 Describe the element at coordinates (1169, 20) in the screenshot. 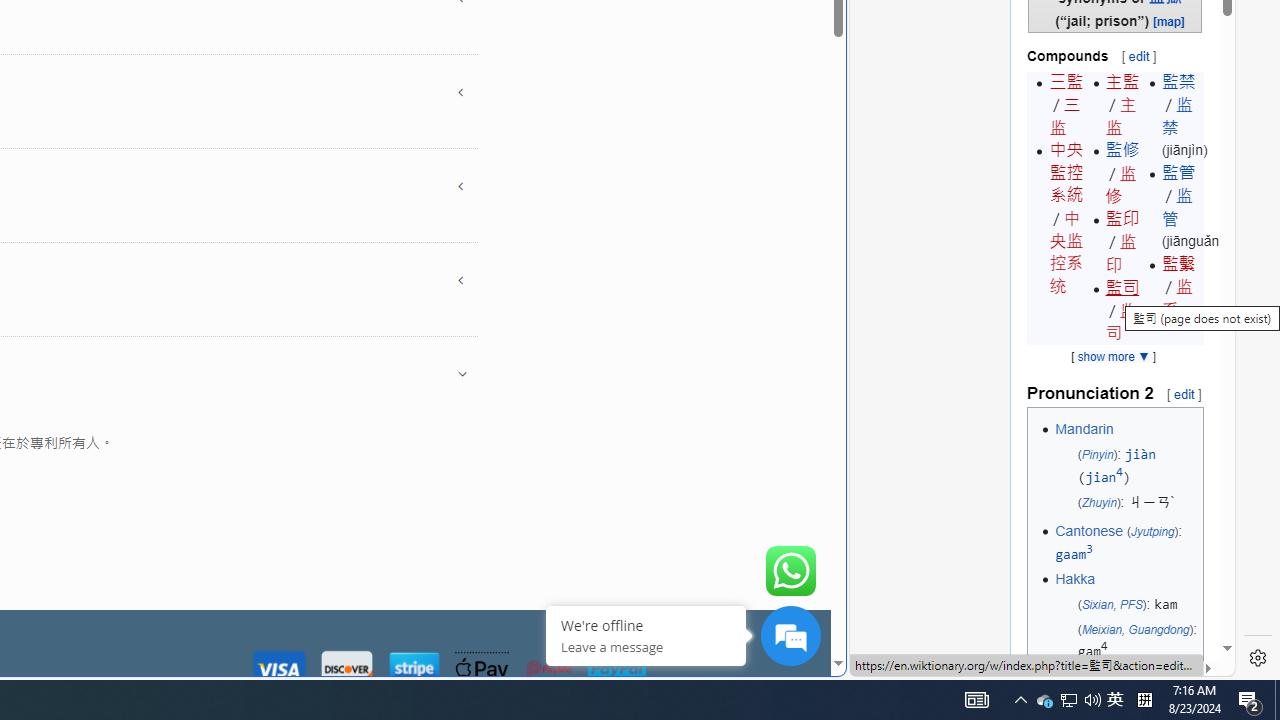

I see `'[map]'` at that location.